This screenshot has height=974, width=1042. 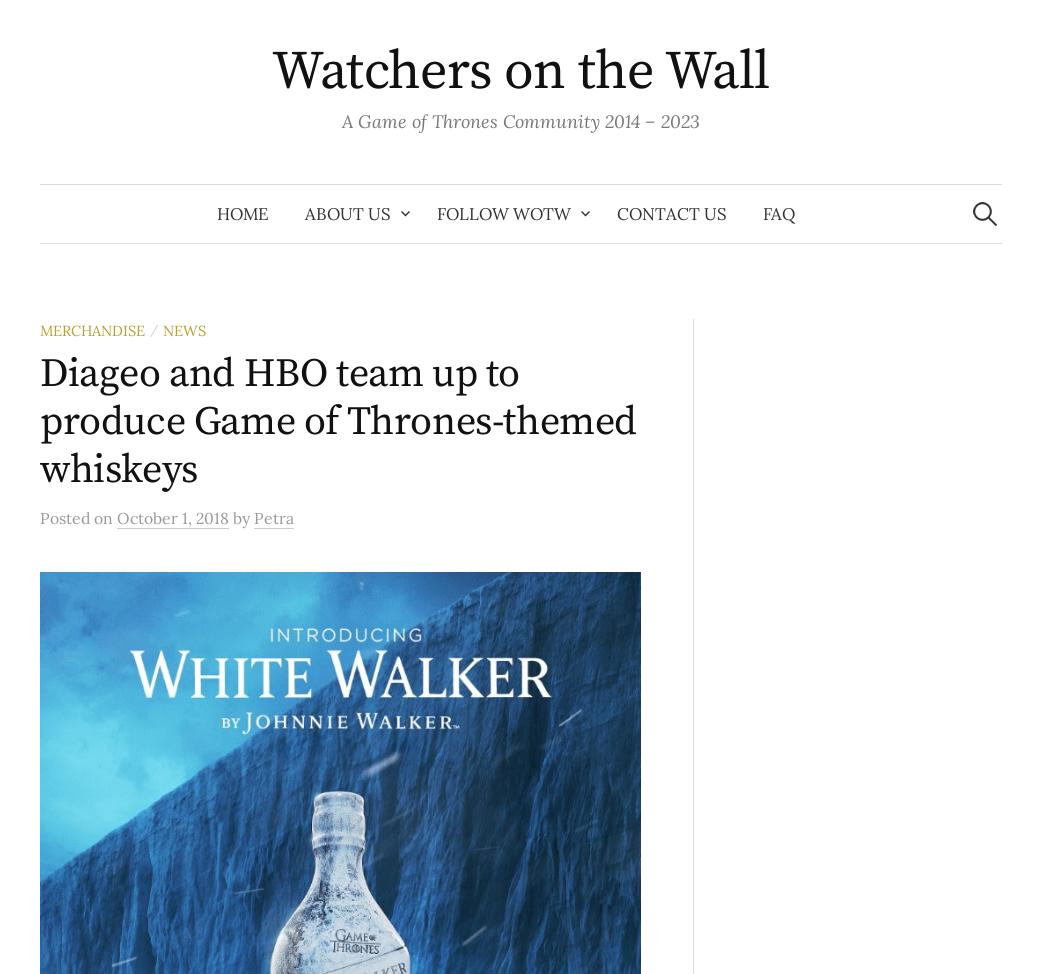 What do you see at coordinates (105, 517) in the screenshot?
I see `'on'` at bounding box center [105, 517].